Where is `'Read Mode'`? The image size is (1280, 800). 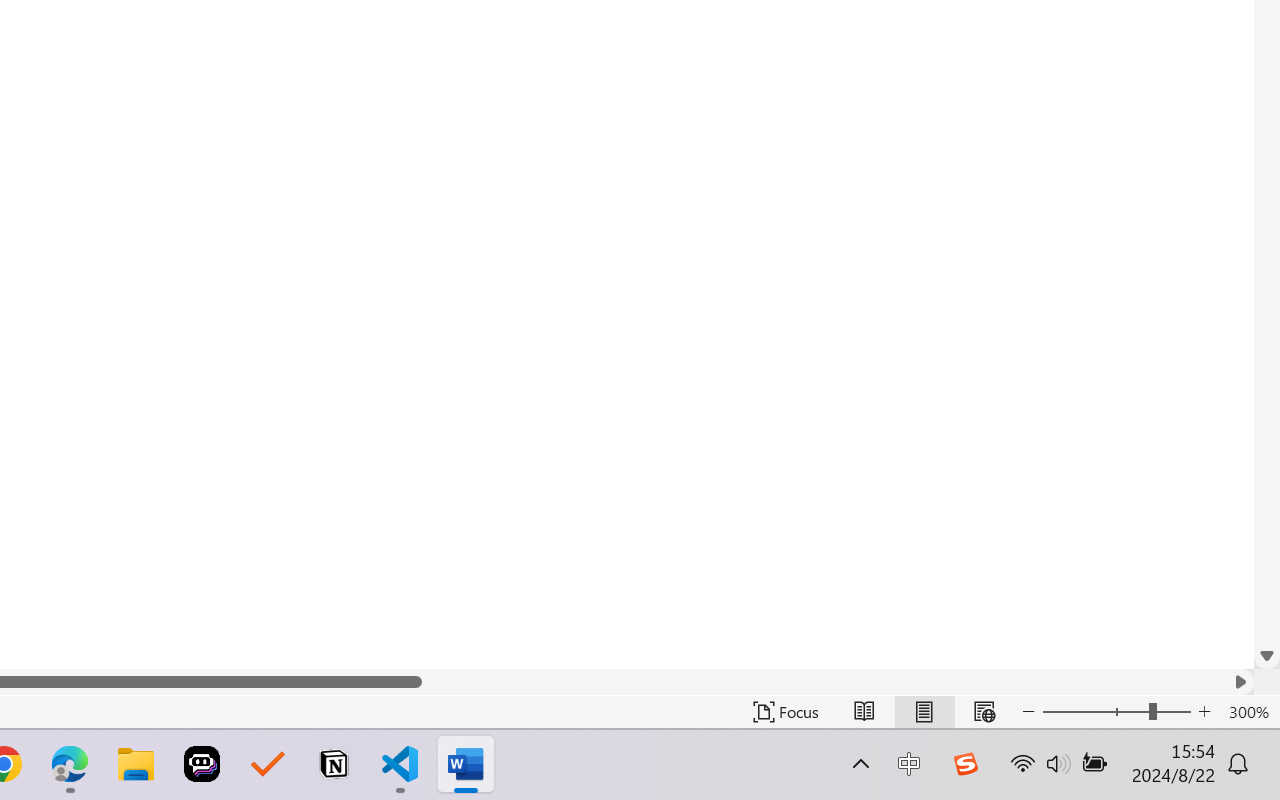
'Read Mode' is located at coordinates (864, 711).